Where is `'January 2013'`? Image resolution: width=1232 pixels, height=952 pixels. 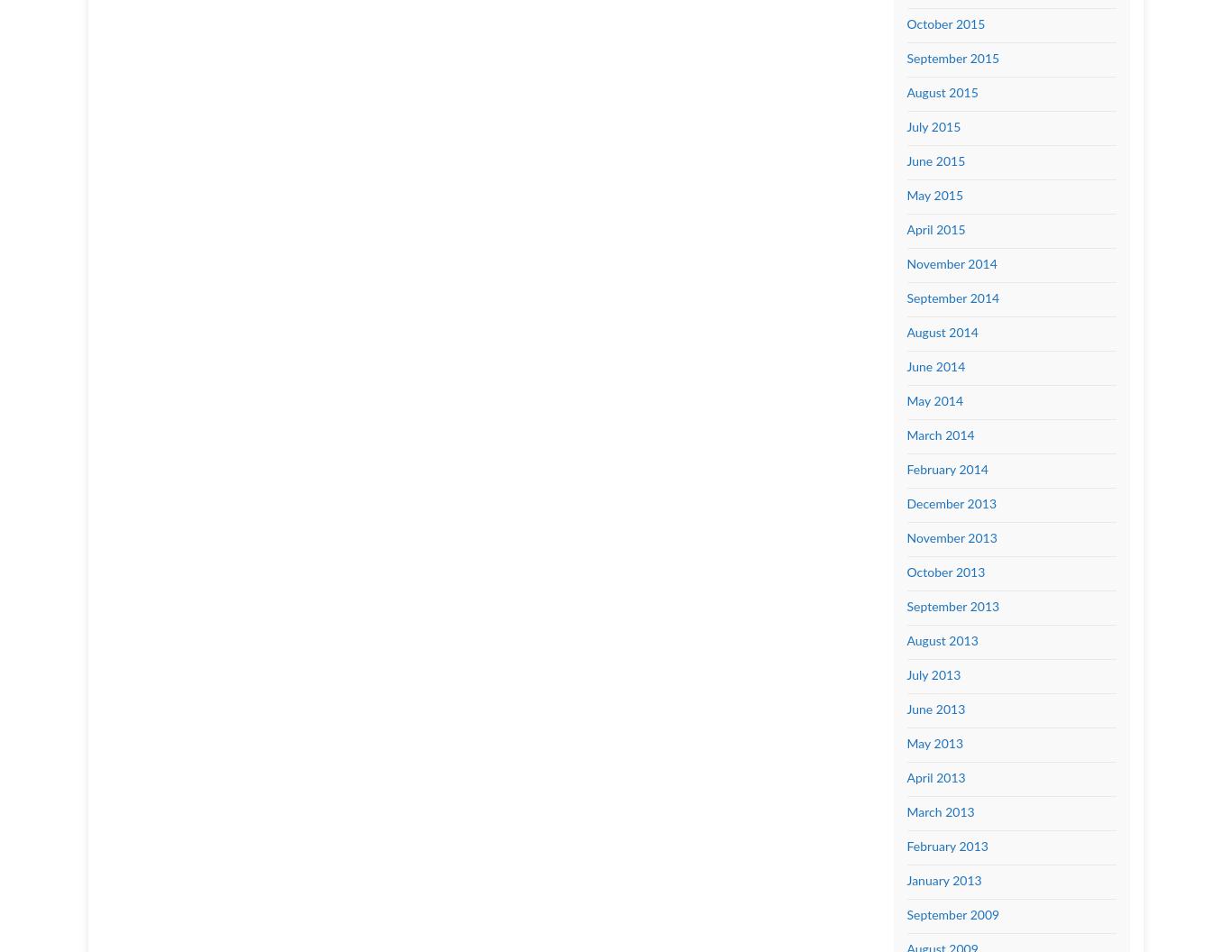 'January 2013' is located at coordinates (906, 881).